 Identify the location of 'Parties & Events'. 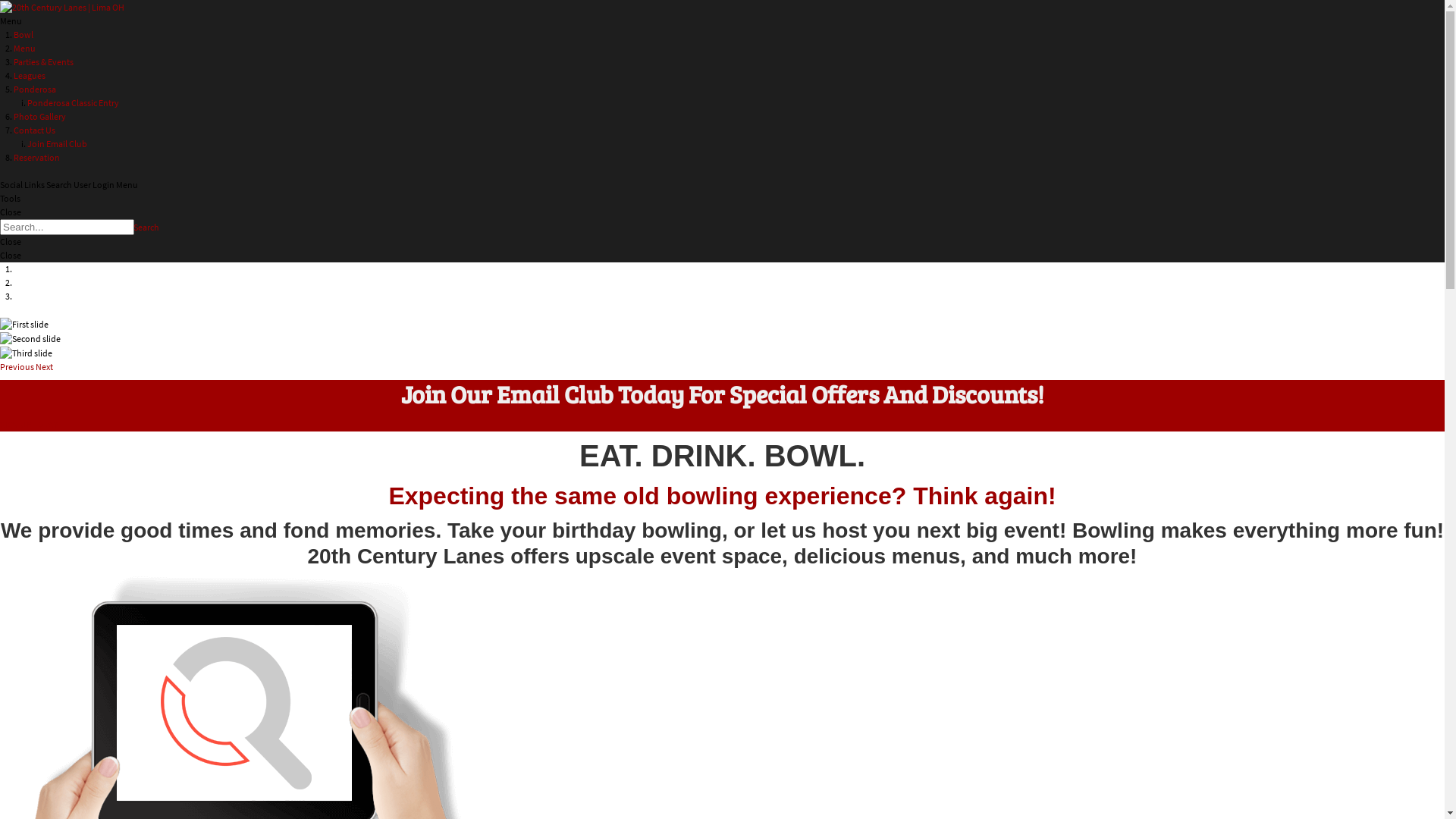
(14, 61).